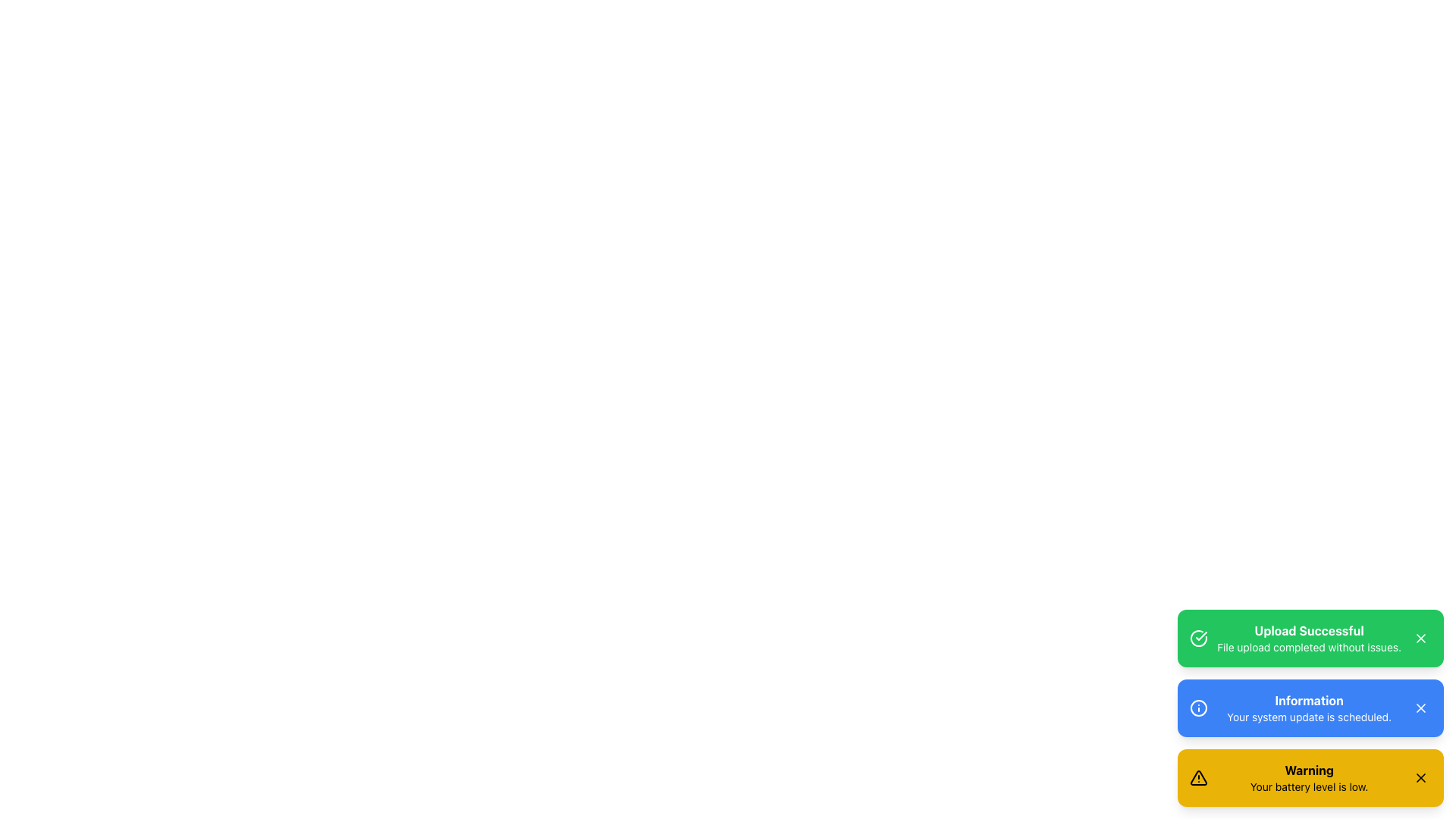 This screenshot has height=819, width=1456. What do you see at coordinates (1198, 708) in the screenshot?
I see `the circular information icon with a centered 'i' symbol, styled as an outline in white against a blue background, located at the leftmost side of the blue notification box` at bounding box center [1198, 708].